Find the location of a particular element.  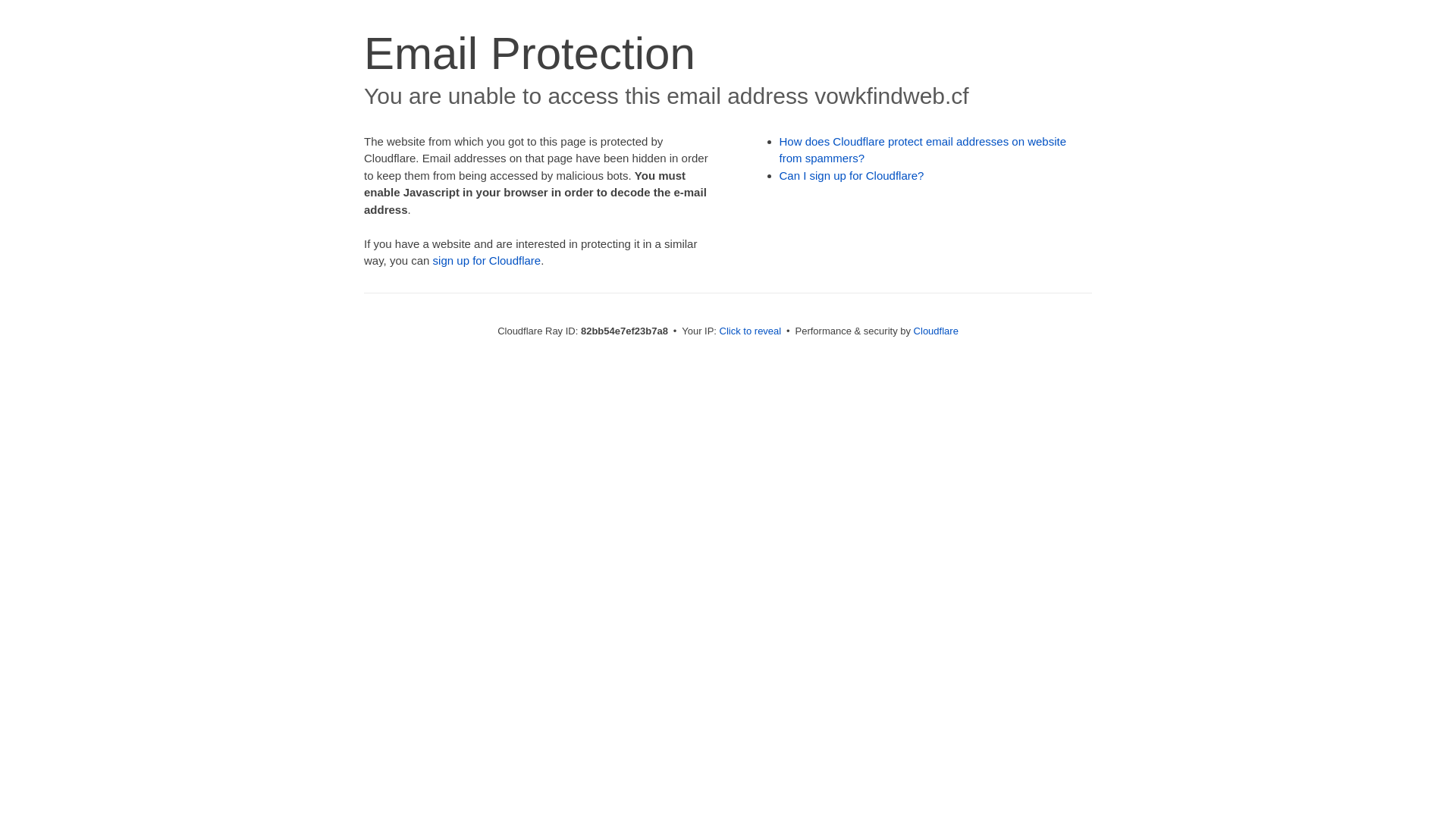

'Cloudflare' is located at coordinates (935, 330).